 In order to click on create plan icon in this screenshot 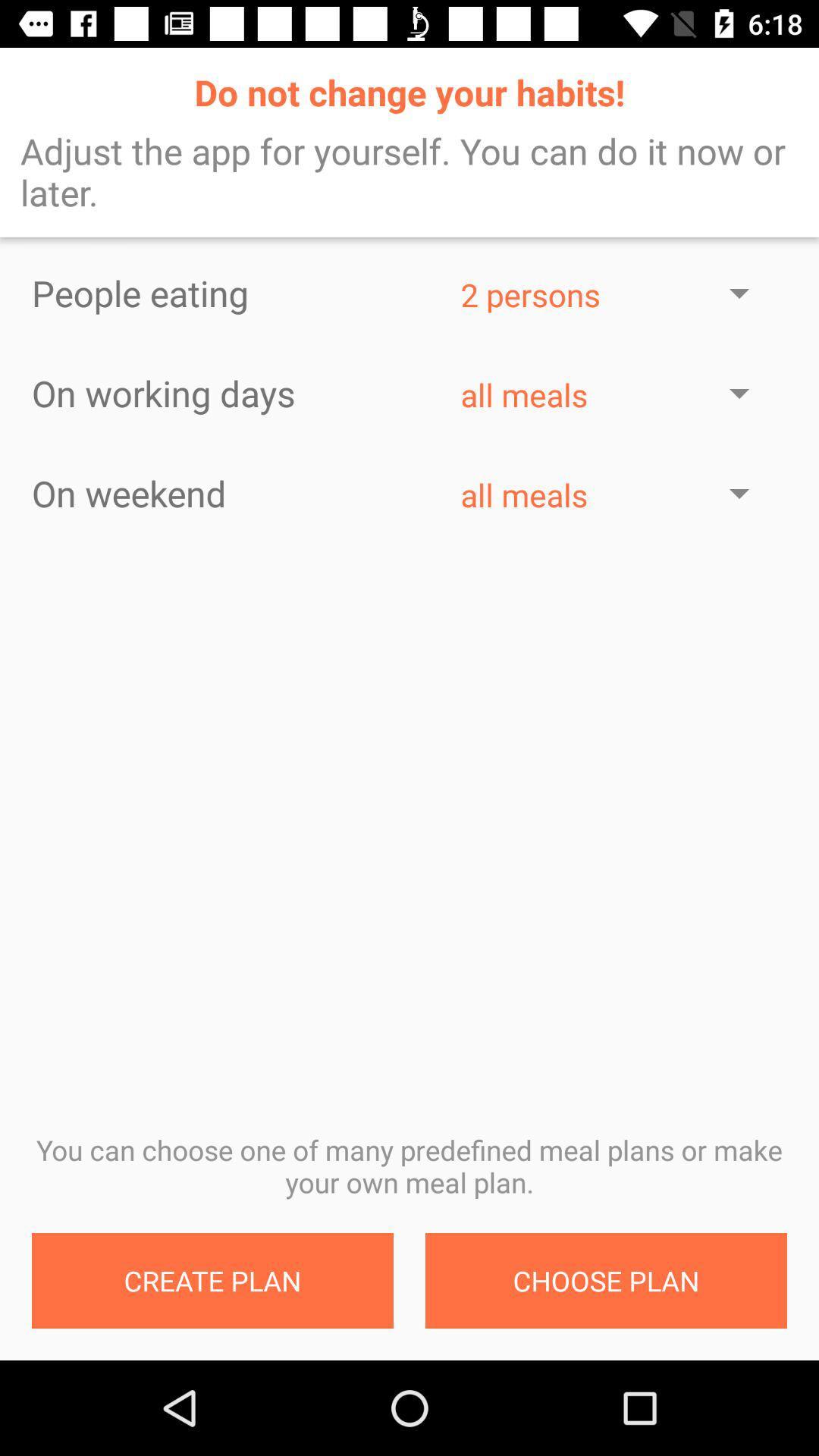, I will do `click(212, 1280)`.